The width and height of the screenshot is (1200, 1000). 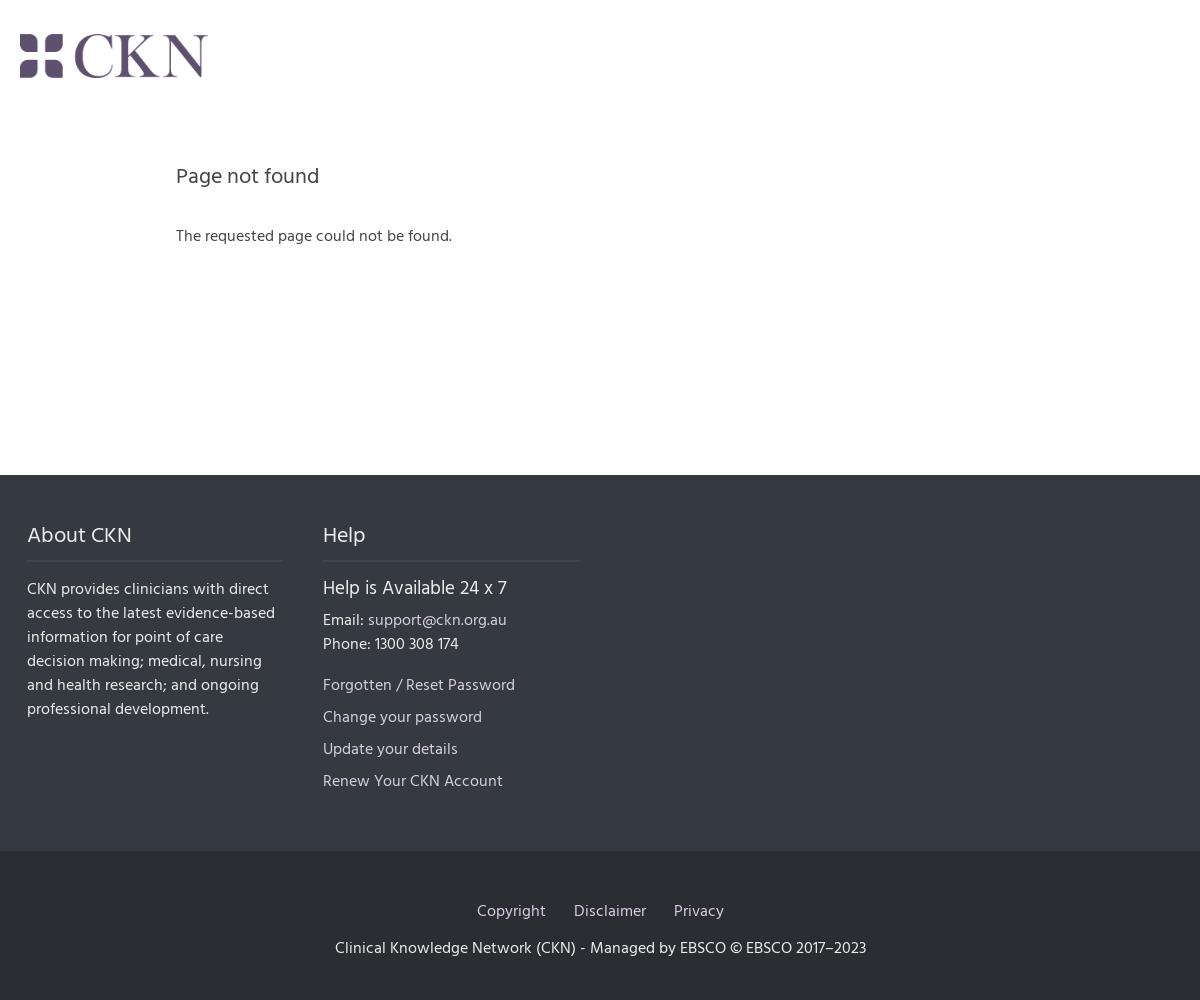 I want to click on 'Update your details', so click(x=390, y=748).